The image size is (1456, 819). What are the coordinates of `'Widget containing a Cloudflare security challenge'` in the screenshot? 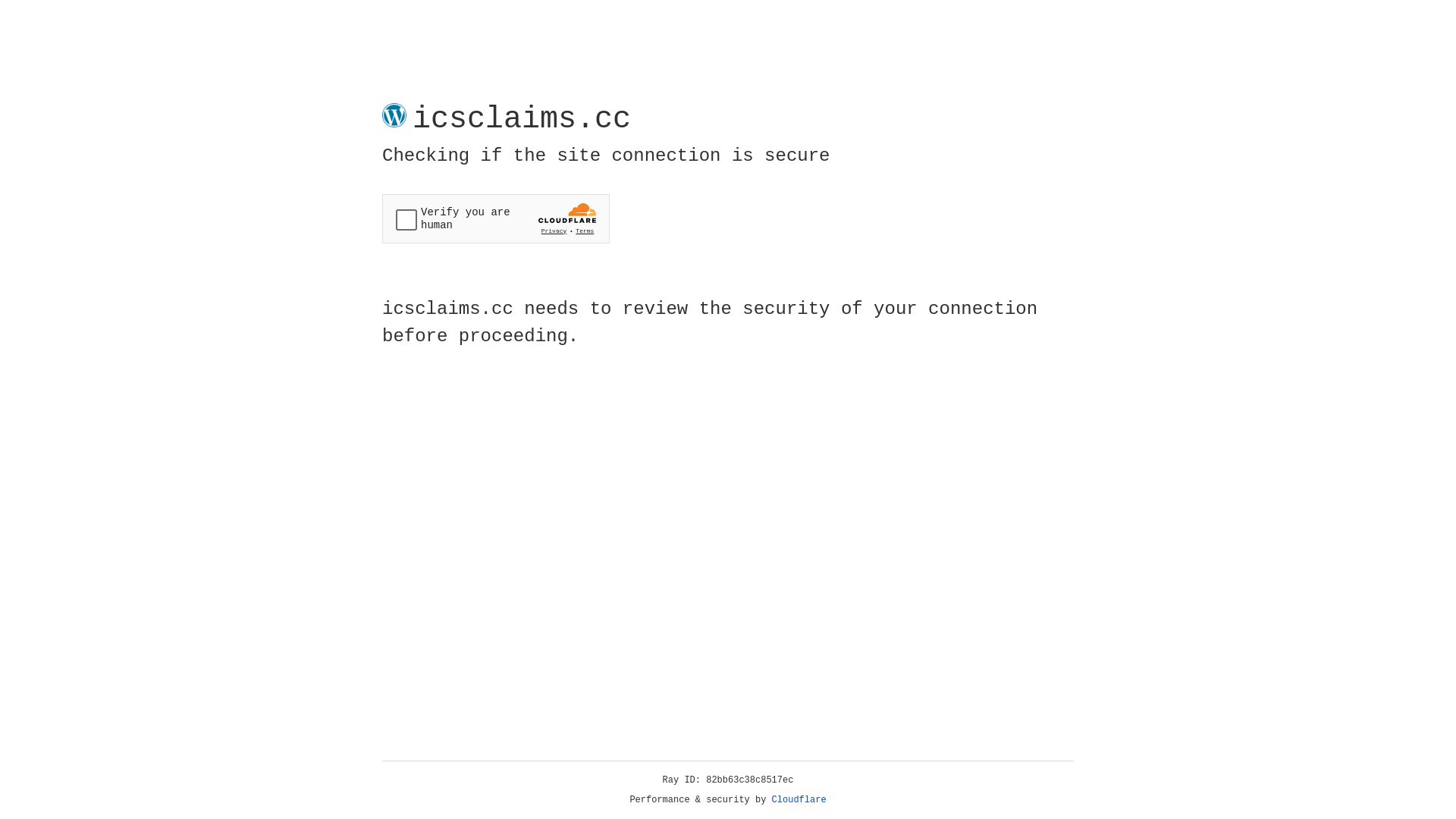 It's located at (495, 218).